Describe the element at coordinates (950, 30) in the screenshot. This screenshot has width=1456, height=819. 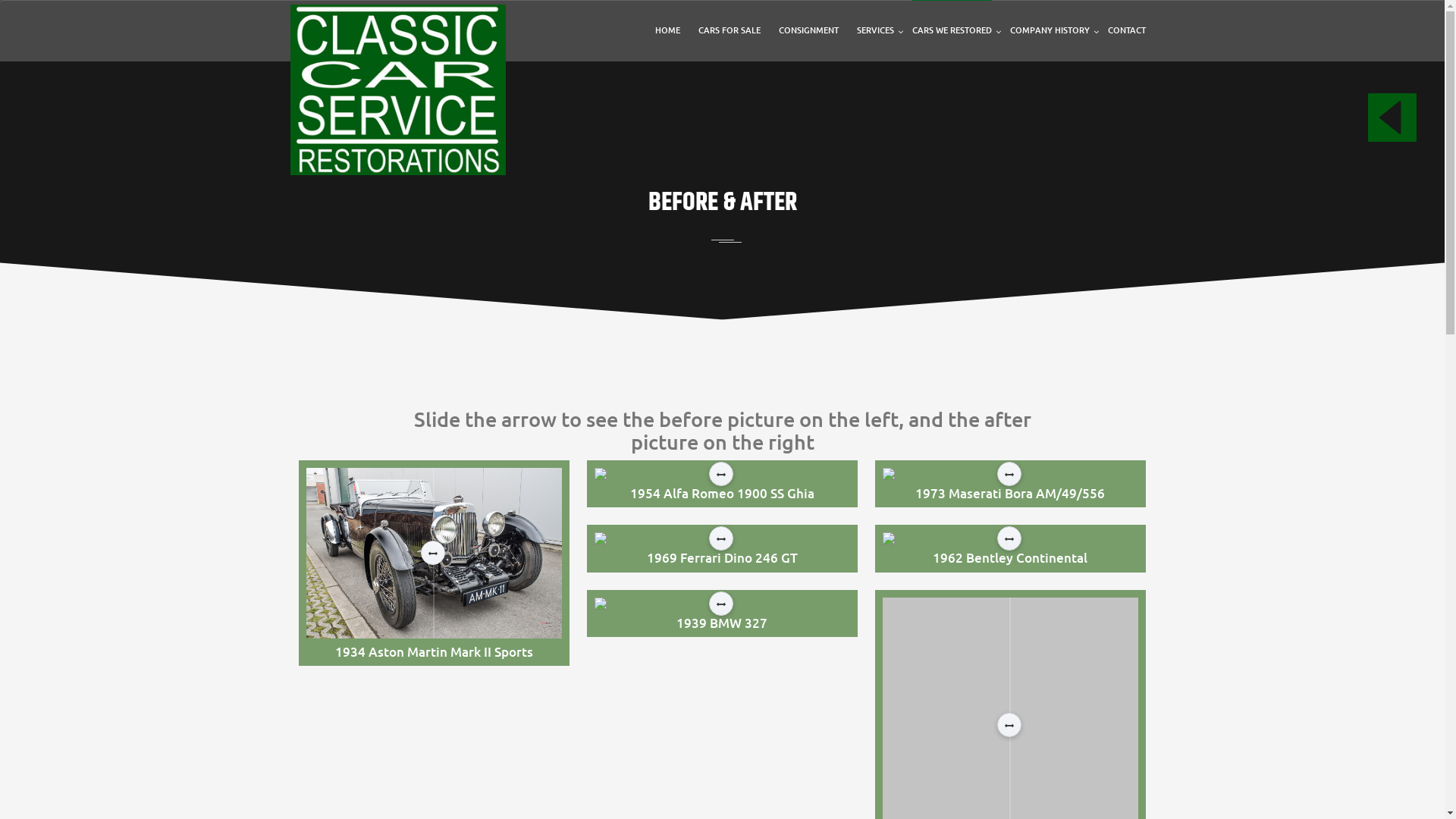
I see `'CARS WE RESTORED'` at that location.